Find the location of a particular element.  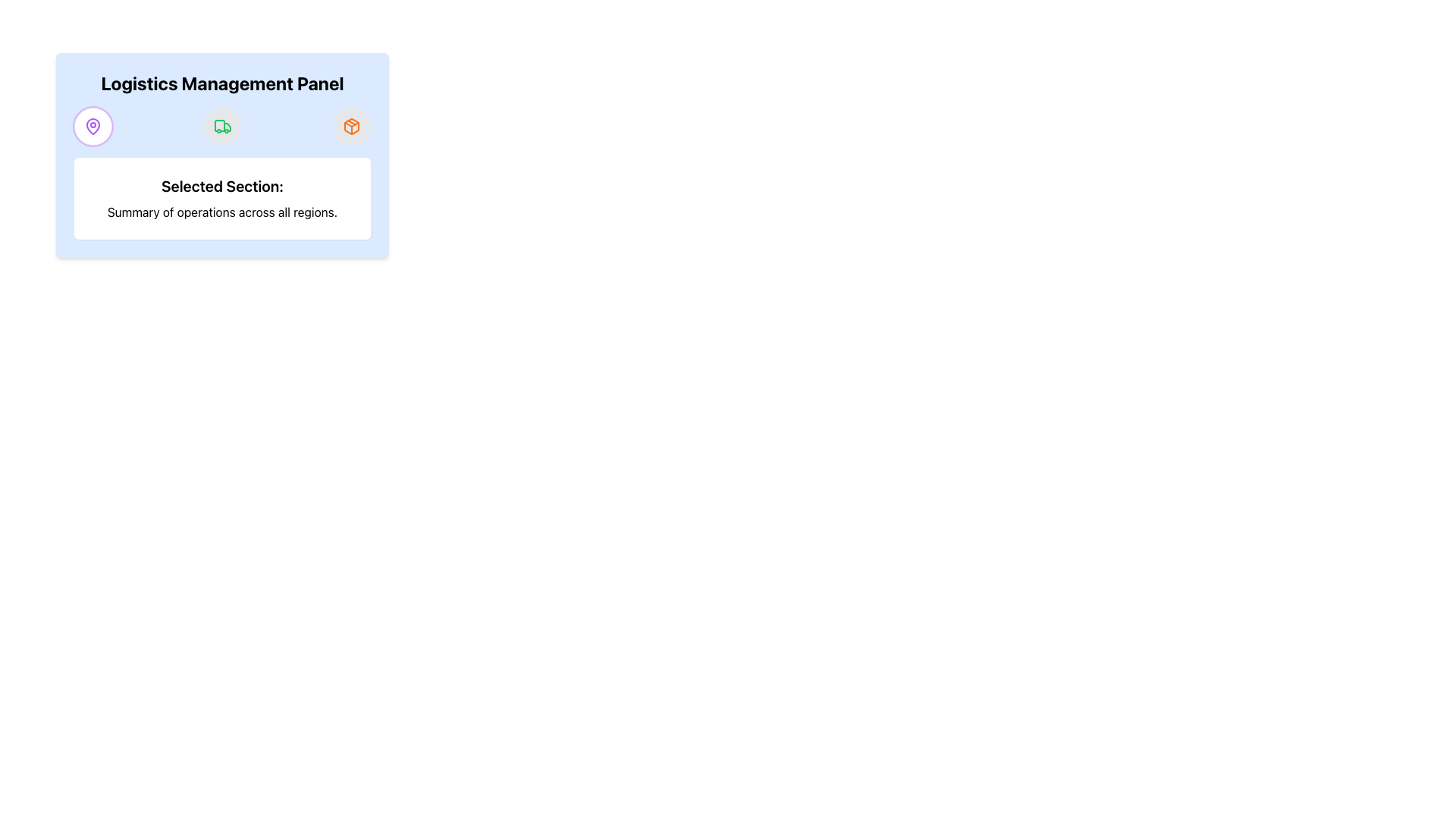

the circular button with a gray background and orange package icon, located in the Logistics Management Panel at the rightmost position is located at coordinates (351, 125).